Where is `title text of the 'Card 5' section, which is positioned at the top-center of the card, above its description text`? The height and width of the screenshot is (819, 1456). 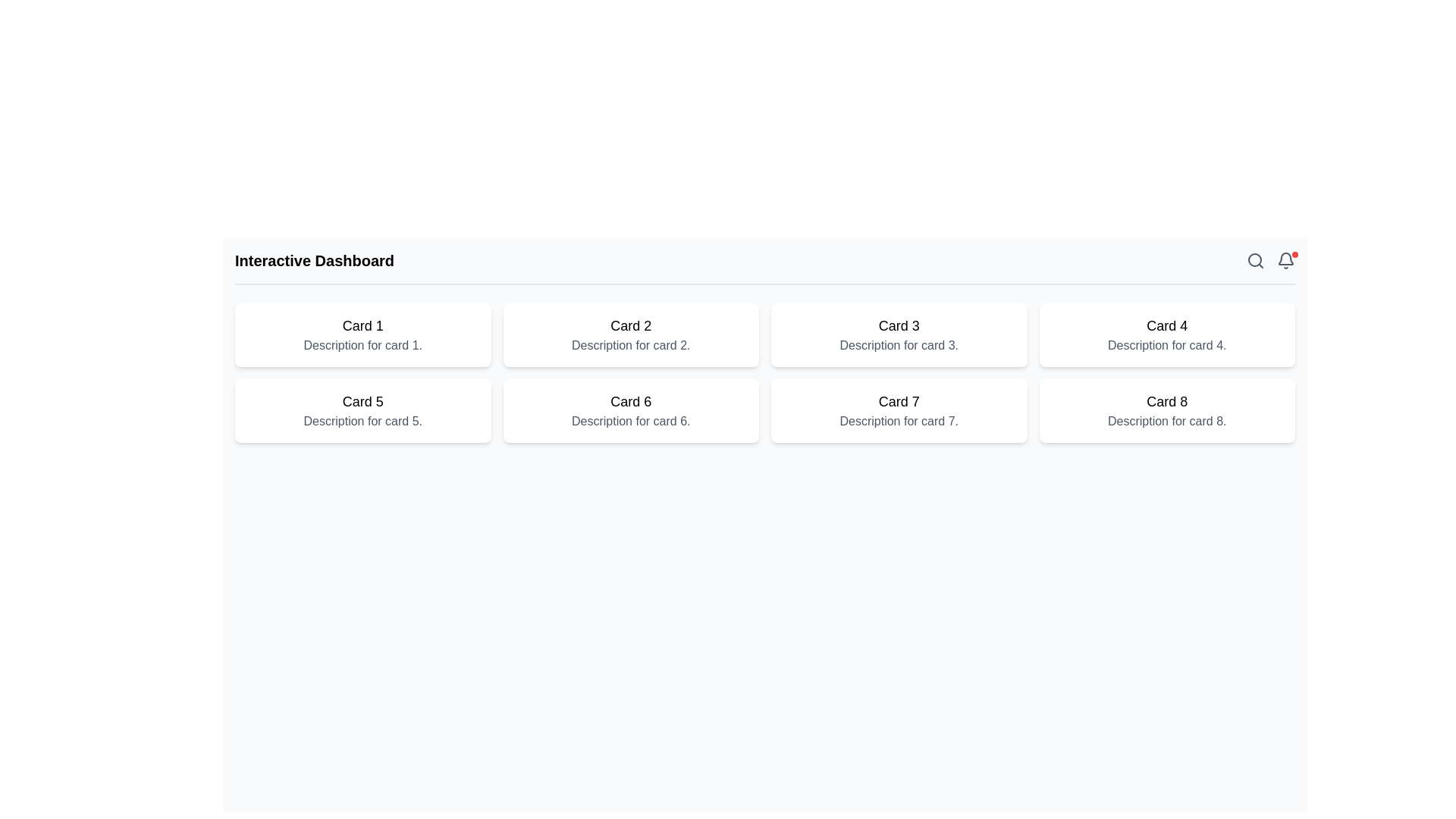 title text of the 'Card 5' section, which is positioned at the top-center of the card, above its description text is located at coordinates (362, 400).